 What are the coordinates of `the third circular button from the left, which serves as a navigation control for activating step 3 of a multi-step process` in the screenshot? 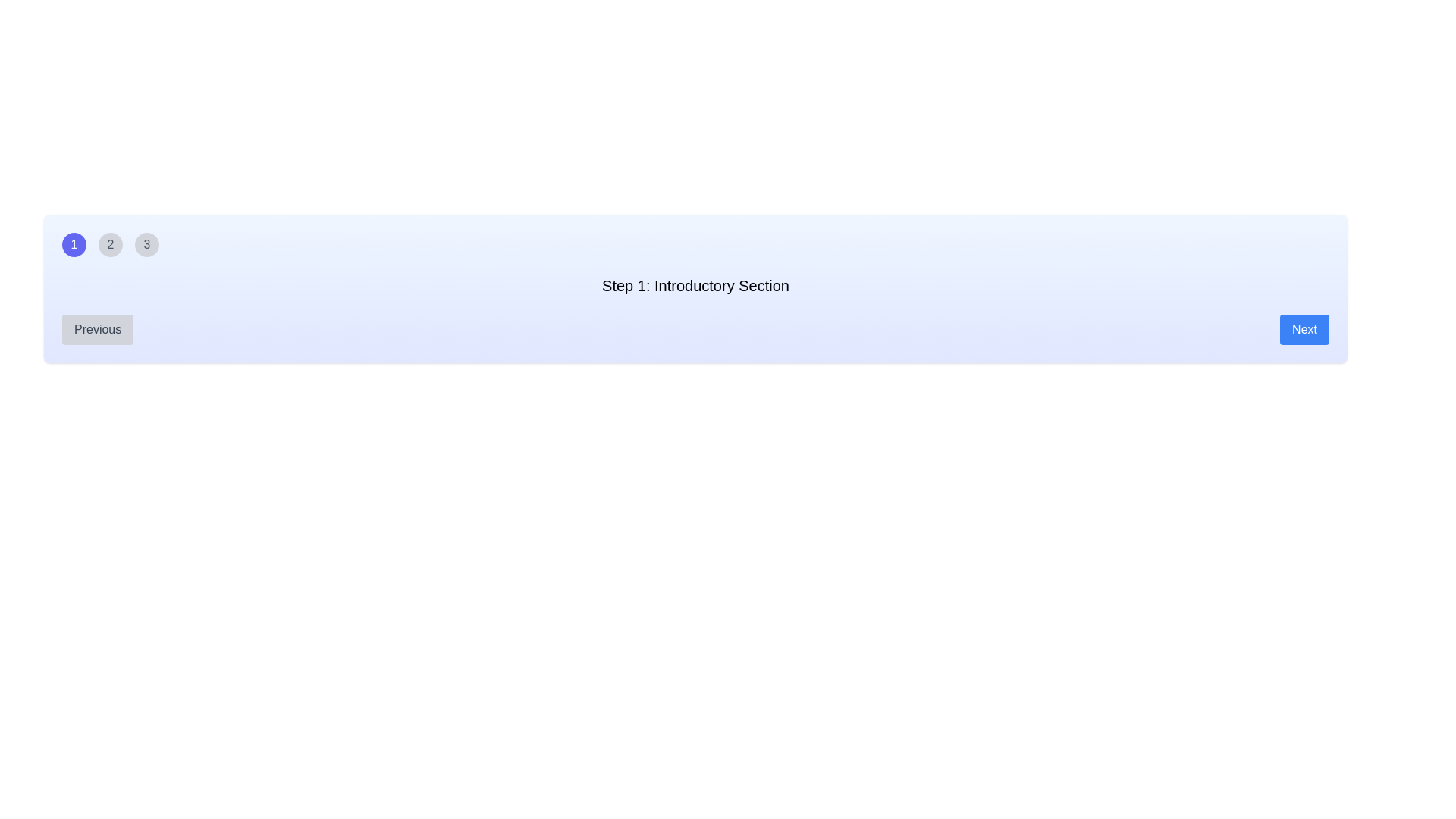 It's located at (146, 244).